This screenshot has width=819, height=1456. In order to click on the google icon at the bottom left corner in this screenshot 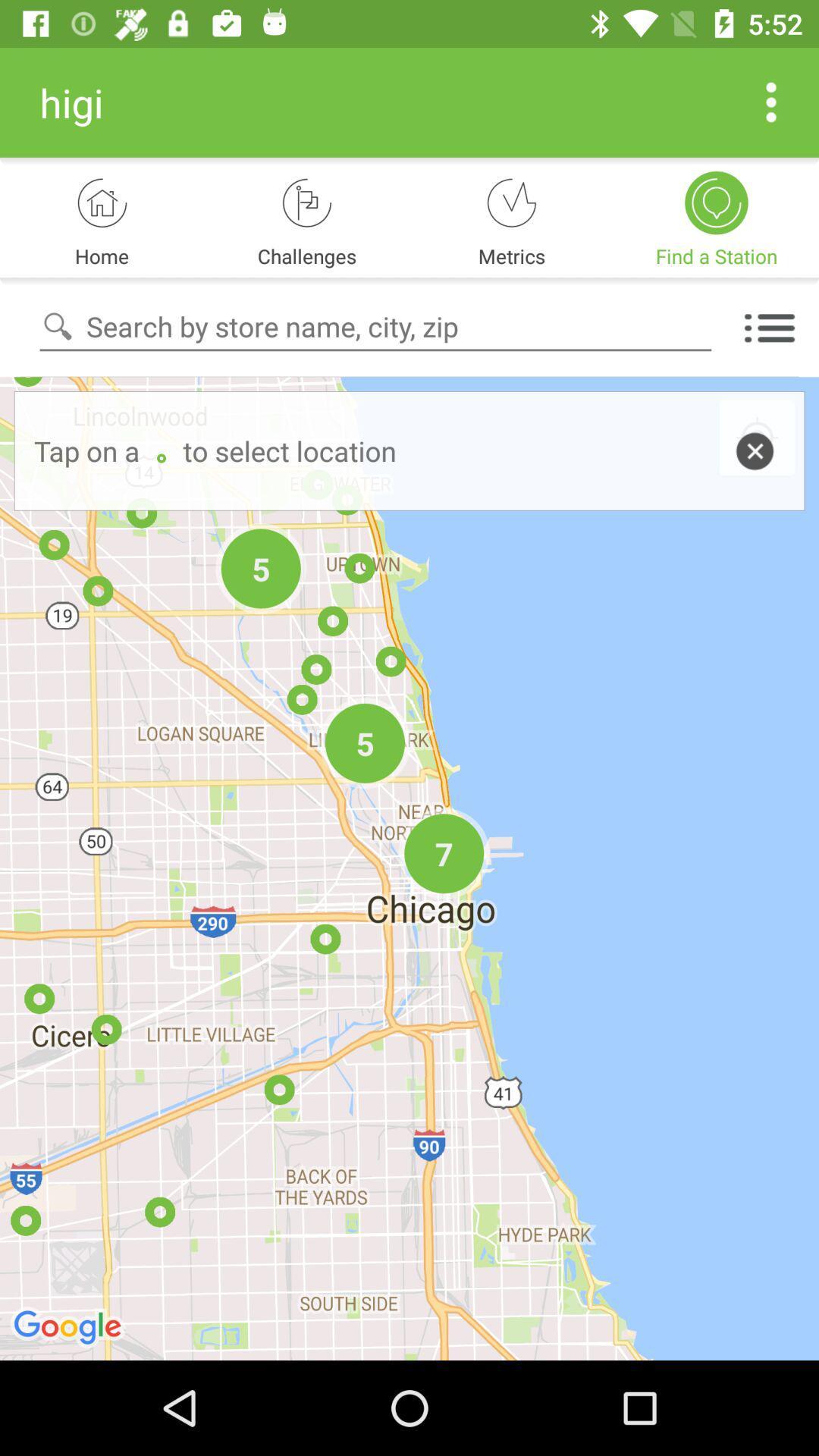, I will do `click(70, 1328)`.